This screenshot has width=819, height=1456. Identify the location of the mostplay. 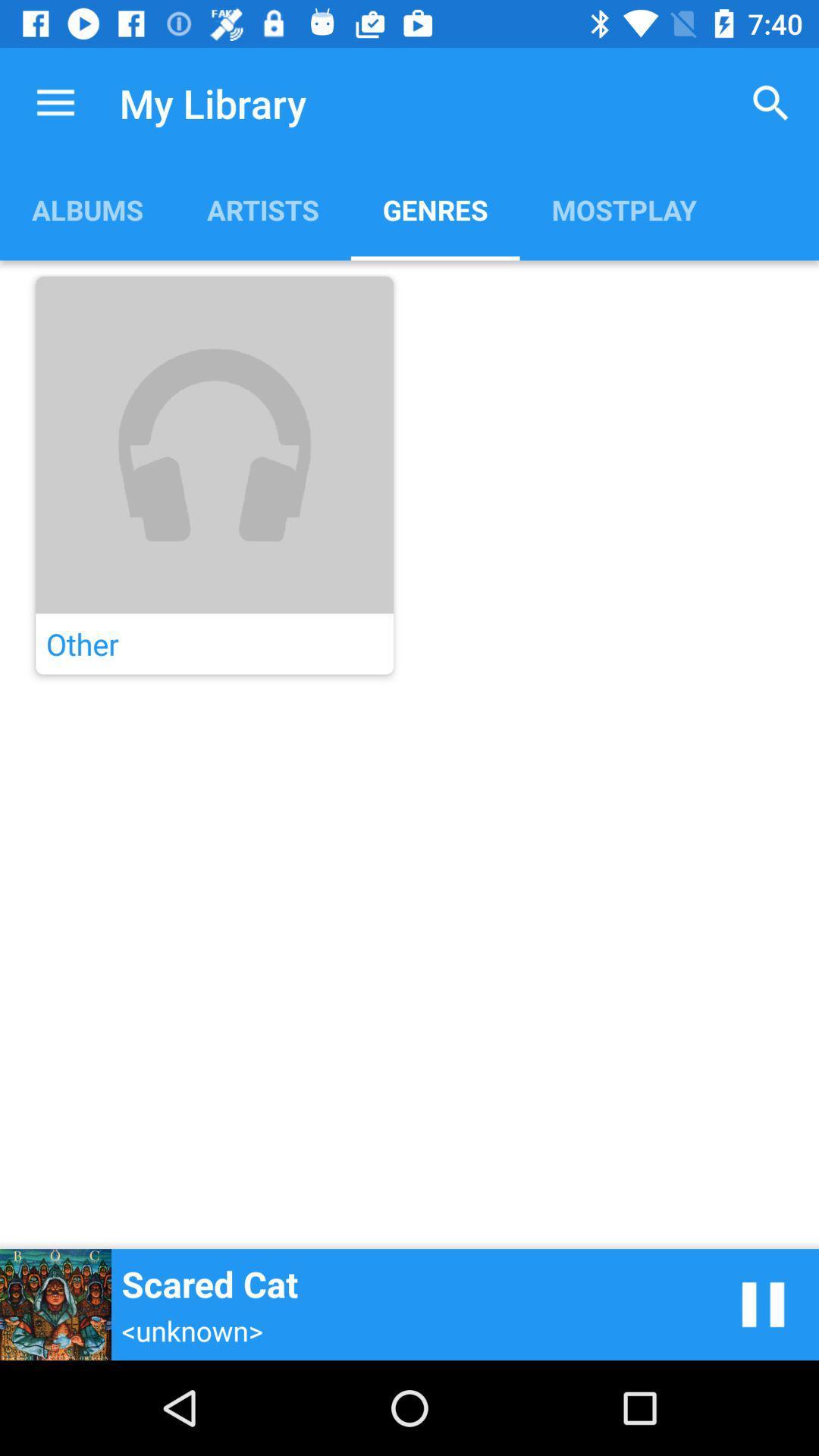
(624, 209).